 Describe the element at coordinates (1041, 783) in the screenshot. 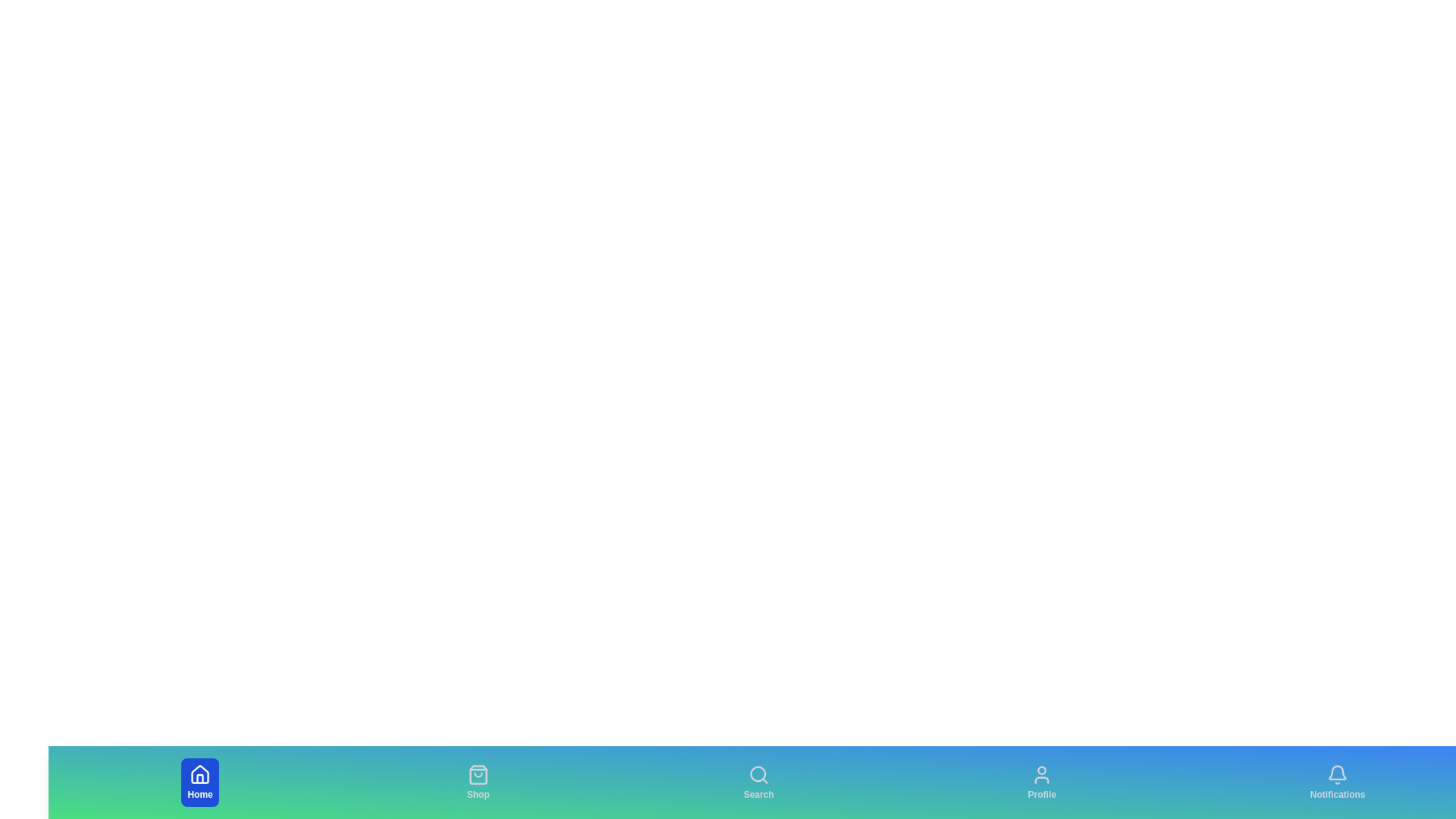

I see `the Profile tab to select it` at that location.